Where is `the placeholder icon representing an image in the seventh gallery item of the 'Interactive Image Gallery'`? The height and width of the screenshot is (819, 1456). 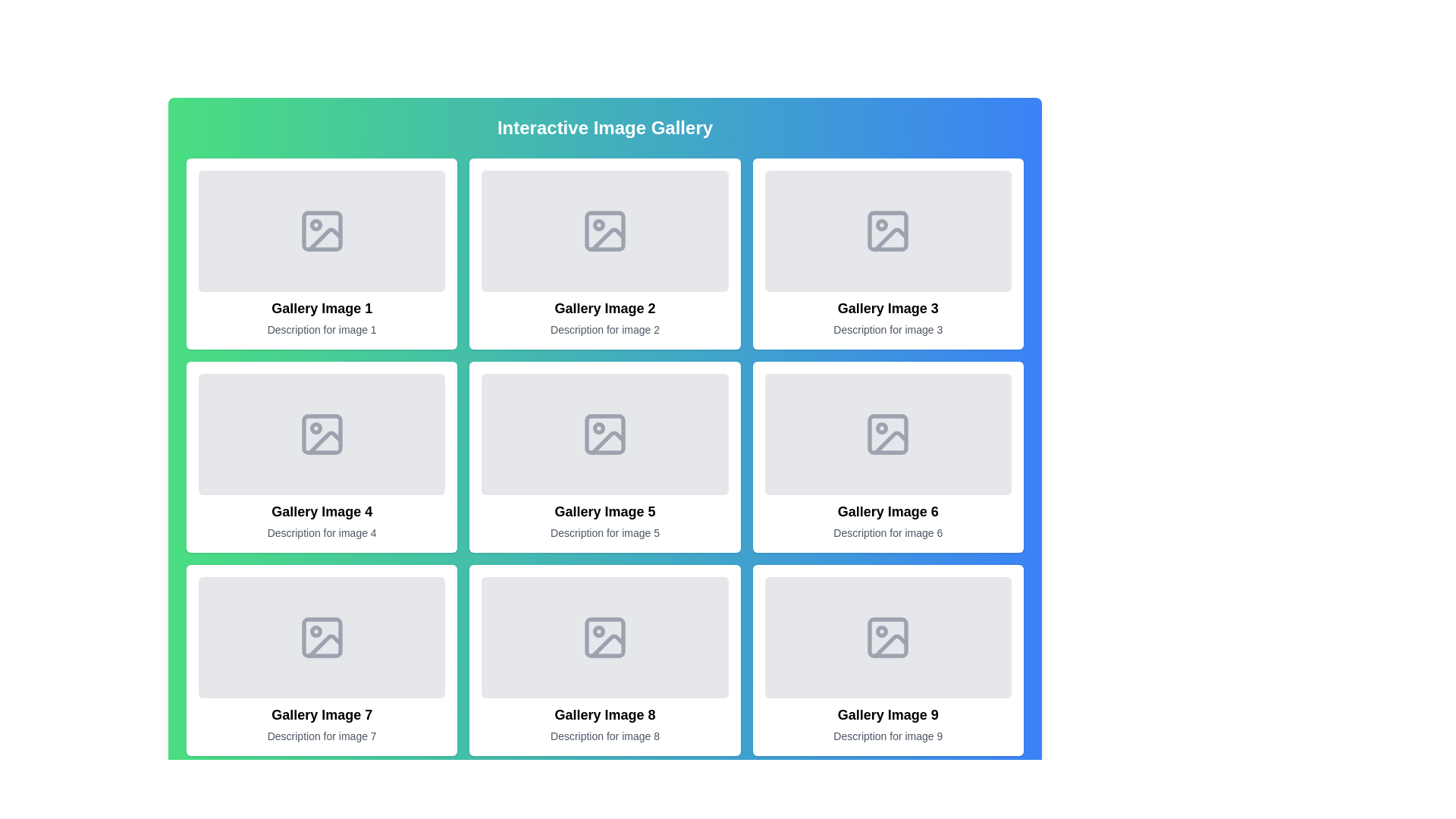
the placeholder icon representing an image in the seventh gallery item of the 'Interactive Image Gallery' is located at coordinates (321, 637).